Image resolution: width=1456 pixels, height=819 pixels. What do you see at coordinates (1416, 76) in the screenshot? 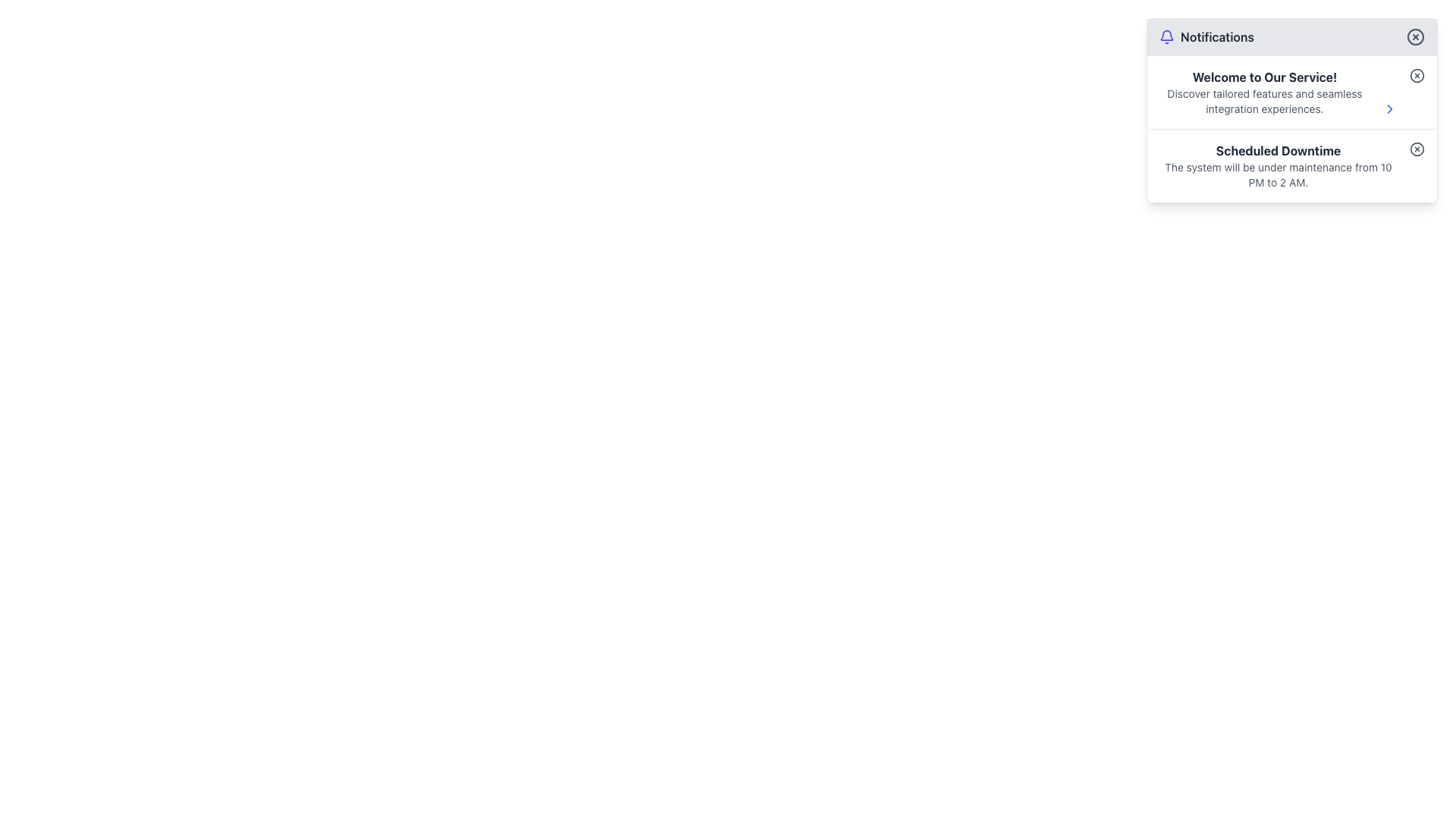
I see `the close button located at the top right corner of the notification card, adjacent to the header text 'Welcome to Our Service!'` at bounding box center [1416, 76].